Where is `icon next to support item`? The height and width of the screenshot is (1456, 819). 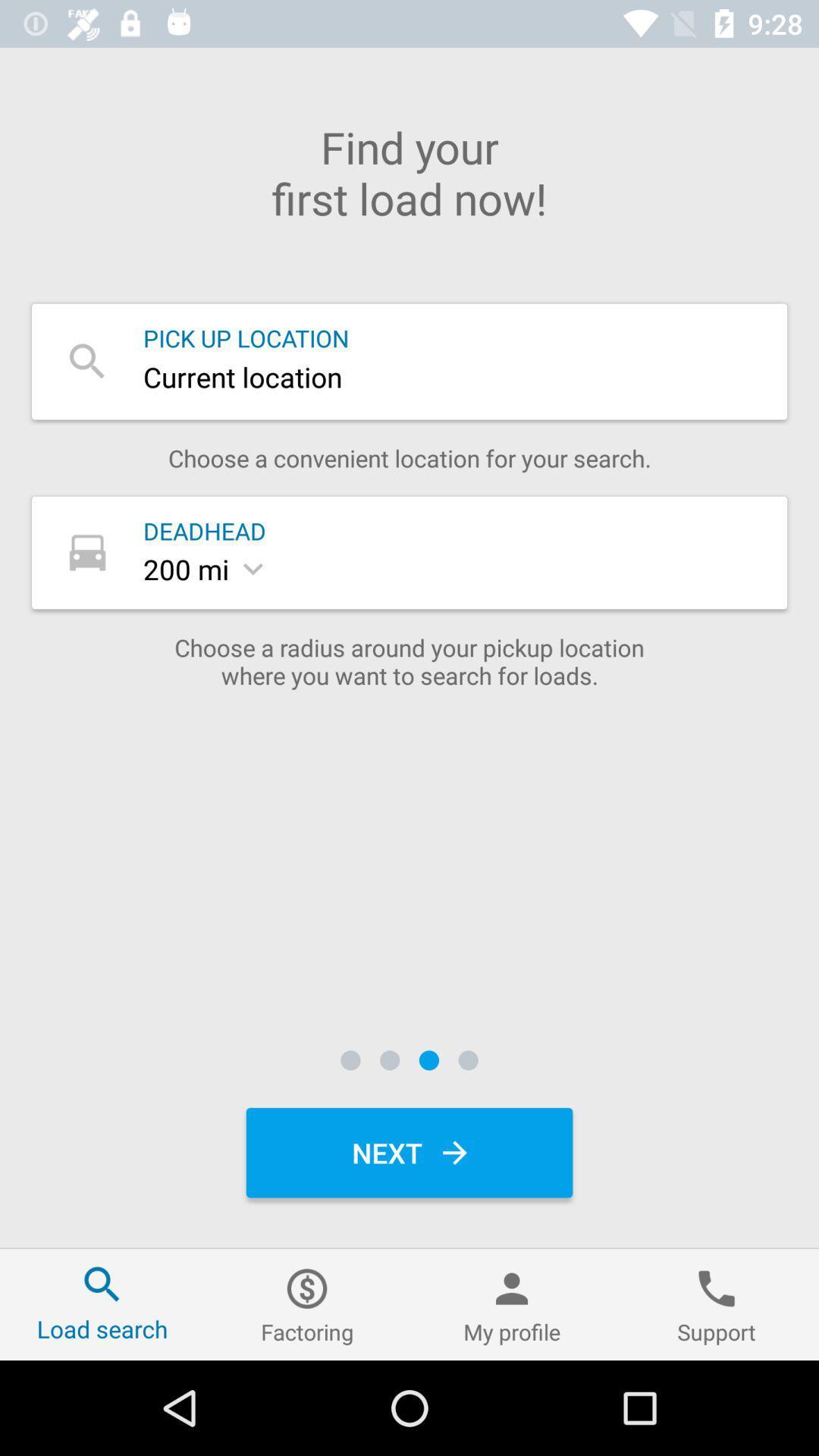 icon next to support item is located at coordinates (512, 1304).